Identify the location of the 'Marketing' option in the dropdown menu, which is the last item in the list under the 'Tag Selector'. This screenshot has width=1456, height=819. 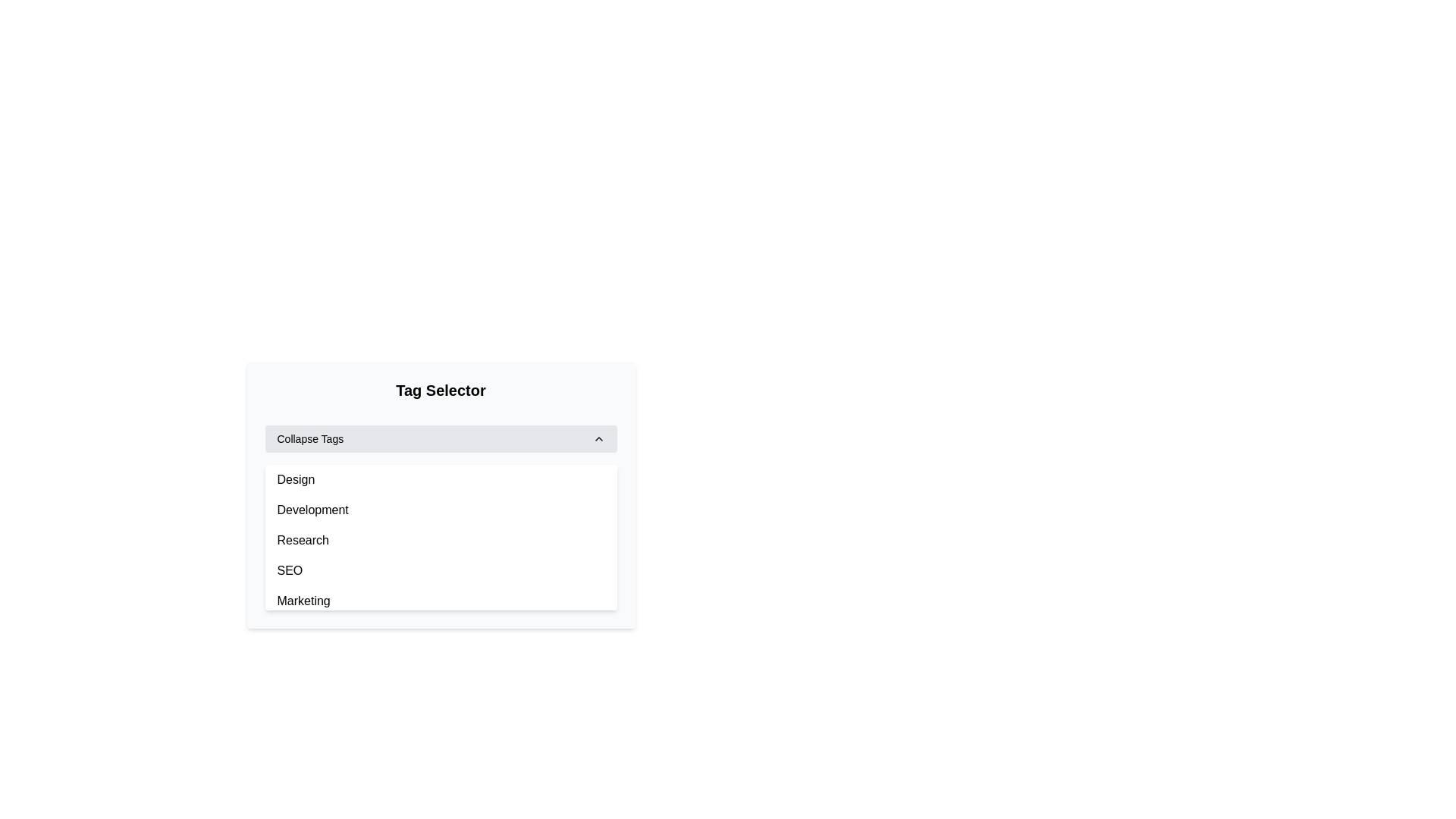
(303, 601).